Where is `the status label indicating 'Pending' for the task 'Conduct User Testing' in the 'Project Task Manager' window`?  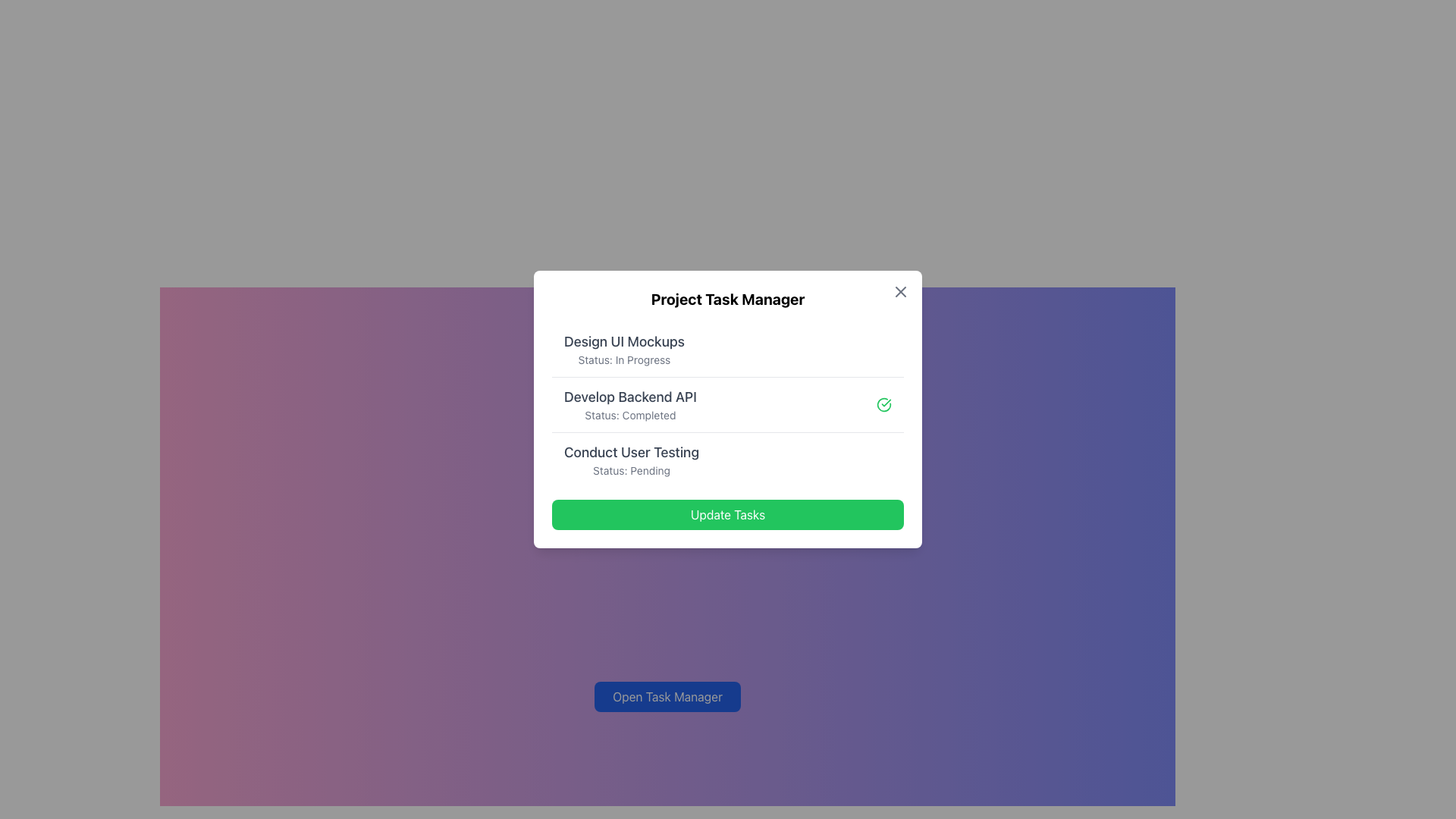
the status label indicating 'Pending' for the task 'Conduct User Testing' in the 'Project Task Manager' window is located at coordinates (632, 470).